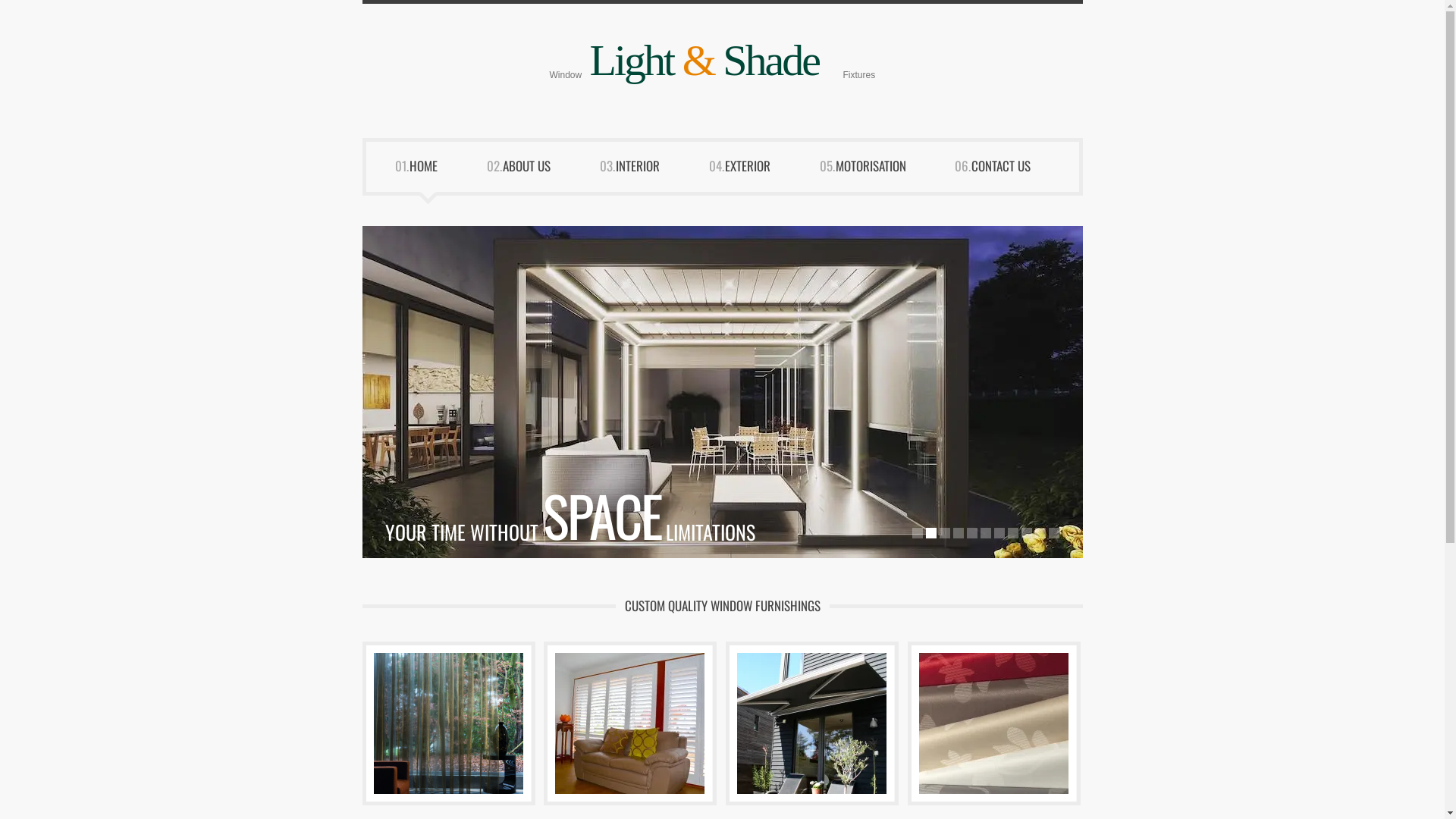  What do you see at coordinates (930, 532) in the screenshot?
I see `'2'` at bounding box center [930, 532].